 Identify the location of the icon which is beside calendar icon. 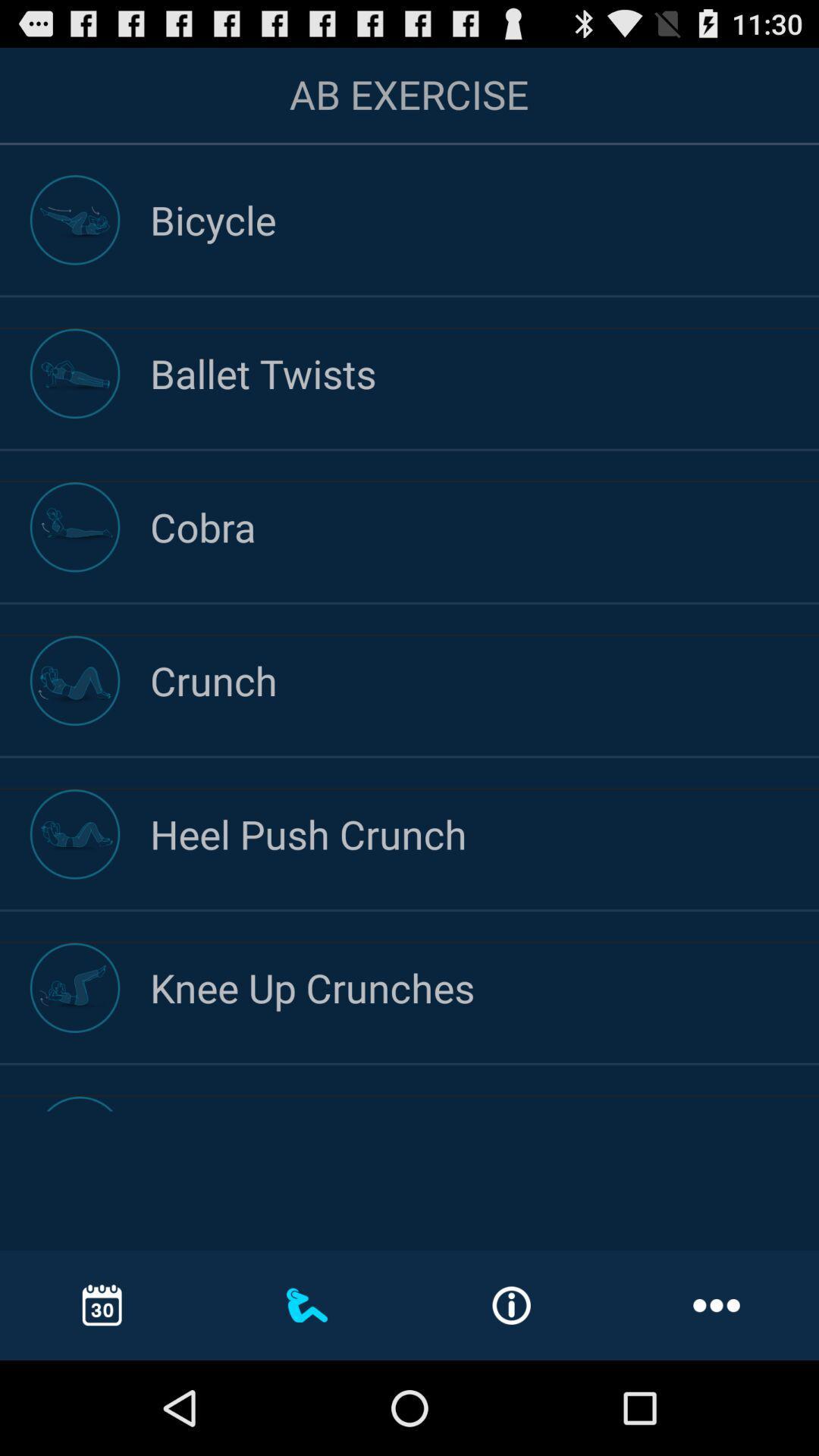
(307, 1304).